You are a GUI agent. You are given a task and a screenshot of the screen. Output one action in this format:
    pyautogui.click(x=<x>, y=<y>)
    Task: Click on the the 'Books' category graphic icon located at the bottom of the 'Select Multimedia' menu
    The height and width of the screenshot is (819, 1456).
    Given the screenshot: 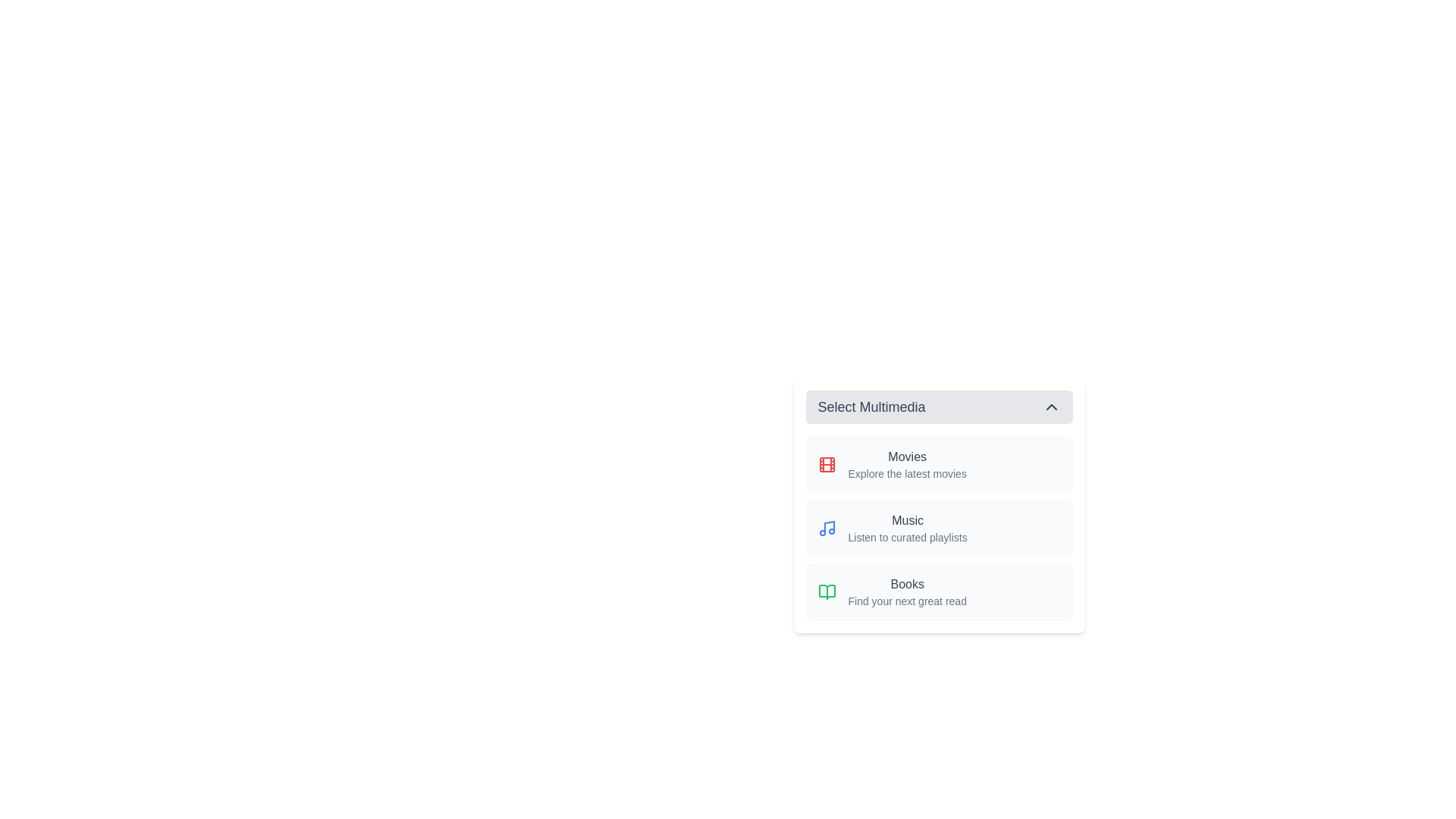 What is the action you would take?
    pyautogui.click(x=826, y=591)
    